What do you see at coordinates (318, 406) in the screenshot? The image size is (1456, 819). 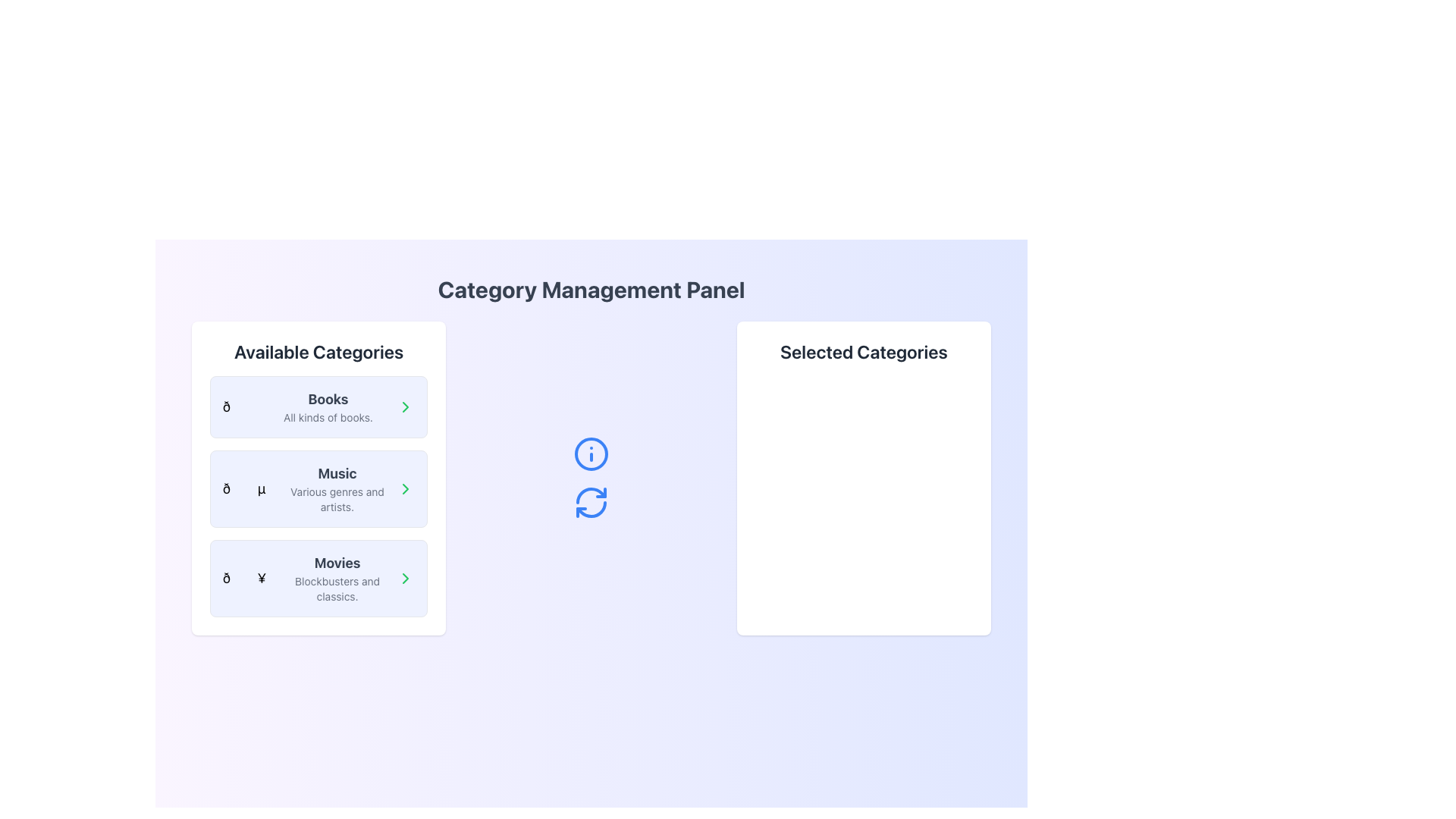 I see `the 'Books' category button, which is the first item in the vertical list of category cards under 'Available Categories'` at bounding box center [318, 406].